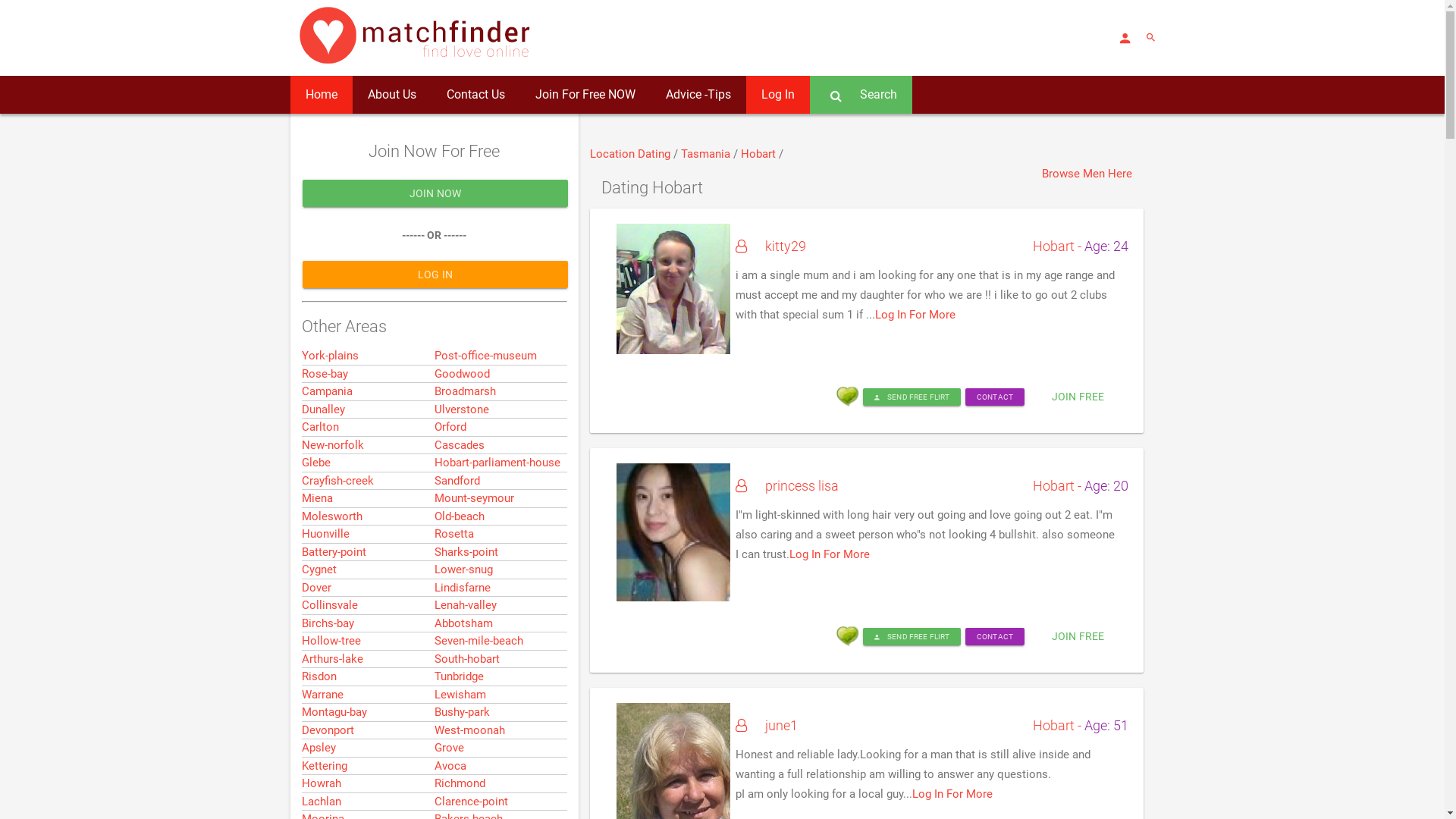 This screenshot has height=819, width=1456. I want to click on 'Sharks-point', so click(465, 552).